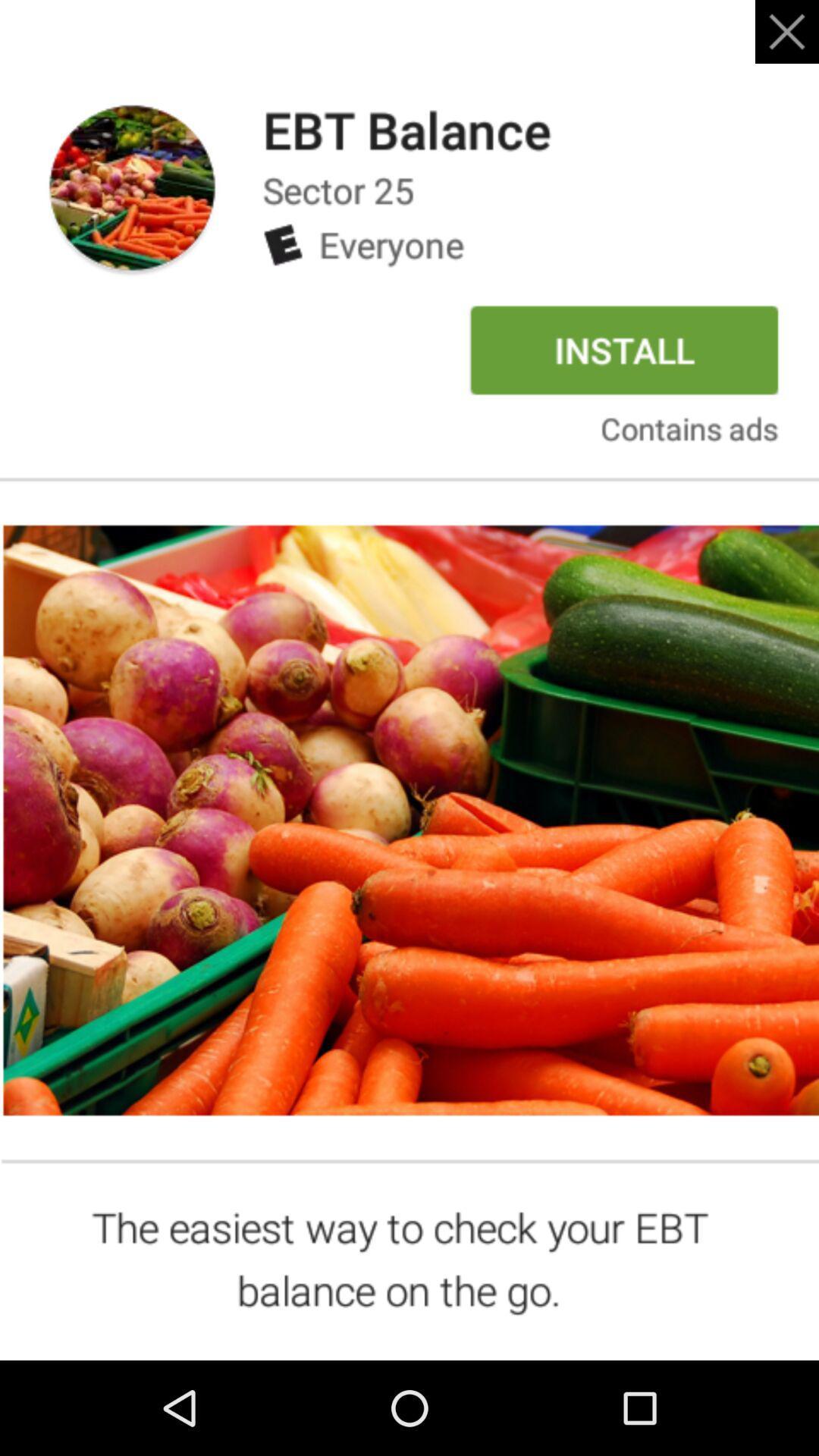  Describe the element at coordinates (786, 33) in the screenshot. I see `the close icon` at that location.